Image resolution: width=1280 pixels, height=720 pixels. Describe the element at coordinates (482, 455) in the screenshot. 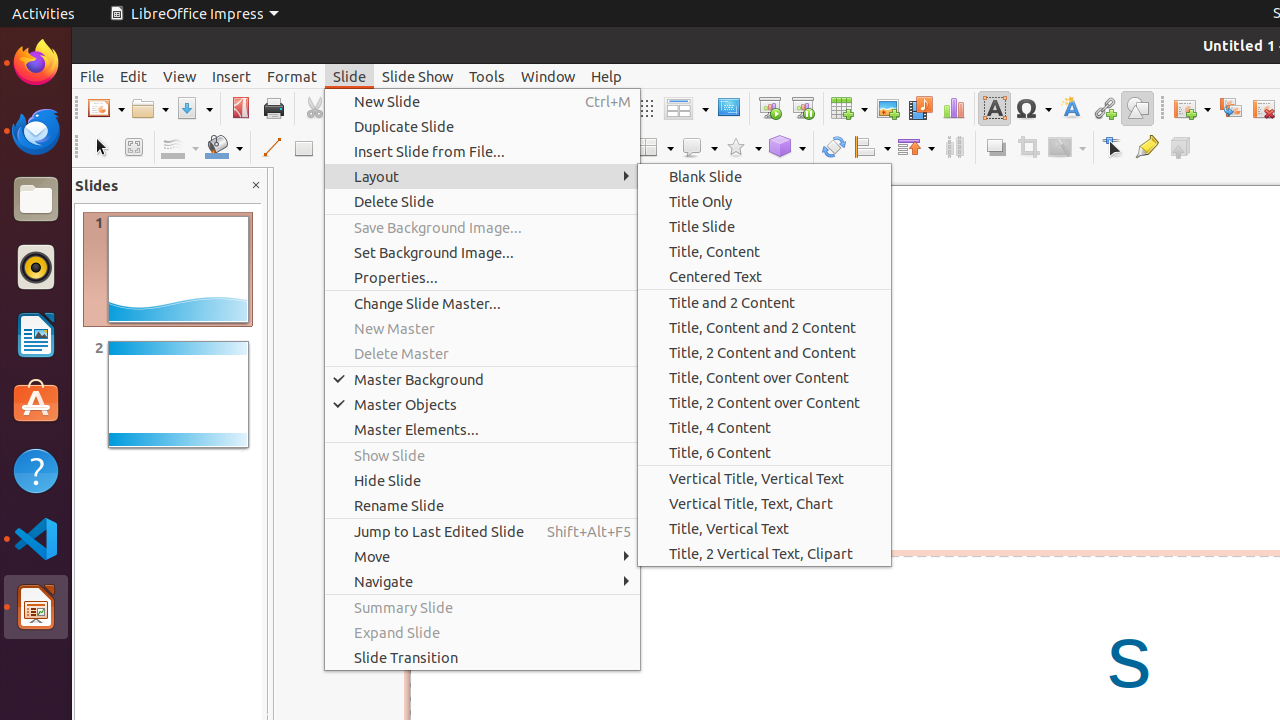

I see `'Show Slide'` at that location.